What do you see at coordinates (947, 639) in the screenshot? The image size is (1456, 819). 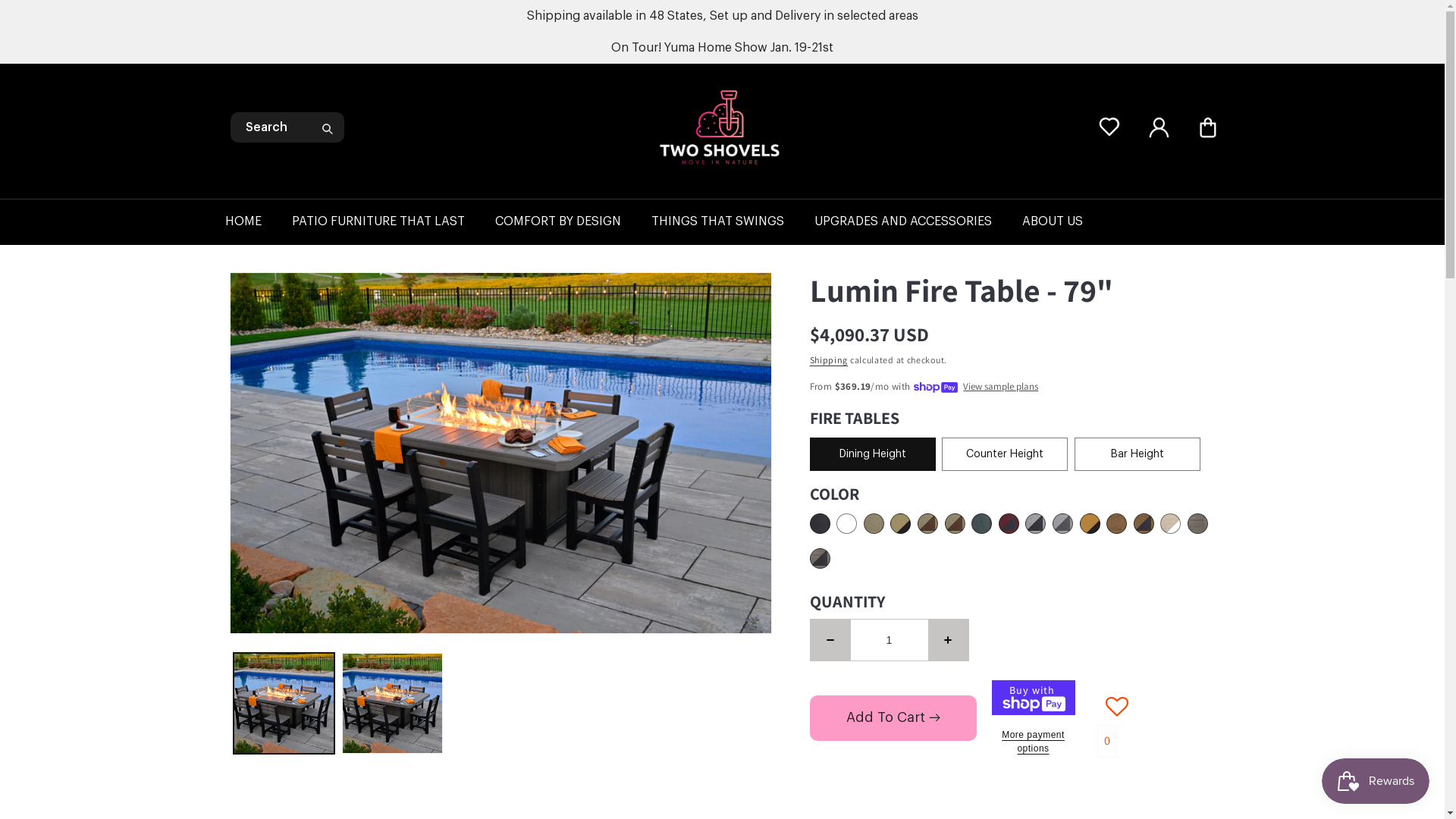 I see `'Increase quantity for Lumin Fire Table - 79&quot;'` at bounding box center [947, 639].